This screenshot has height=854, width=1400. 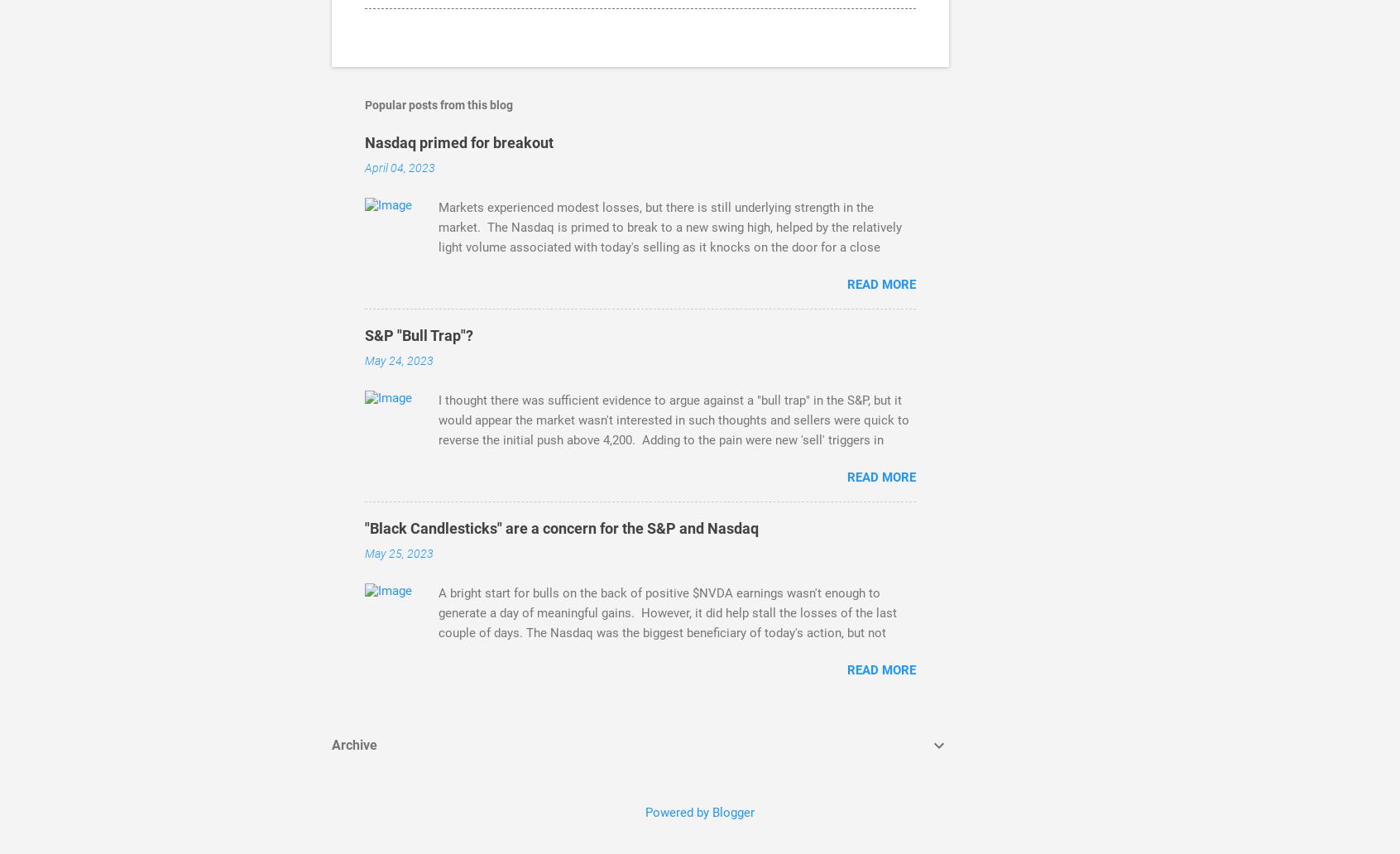 I want to click on 'Archive', so click(x=332, y=745).